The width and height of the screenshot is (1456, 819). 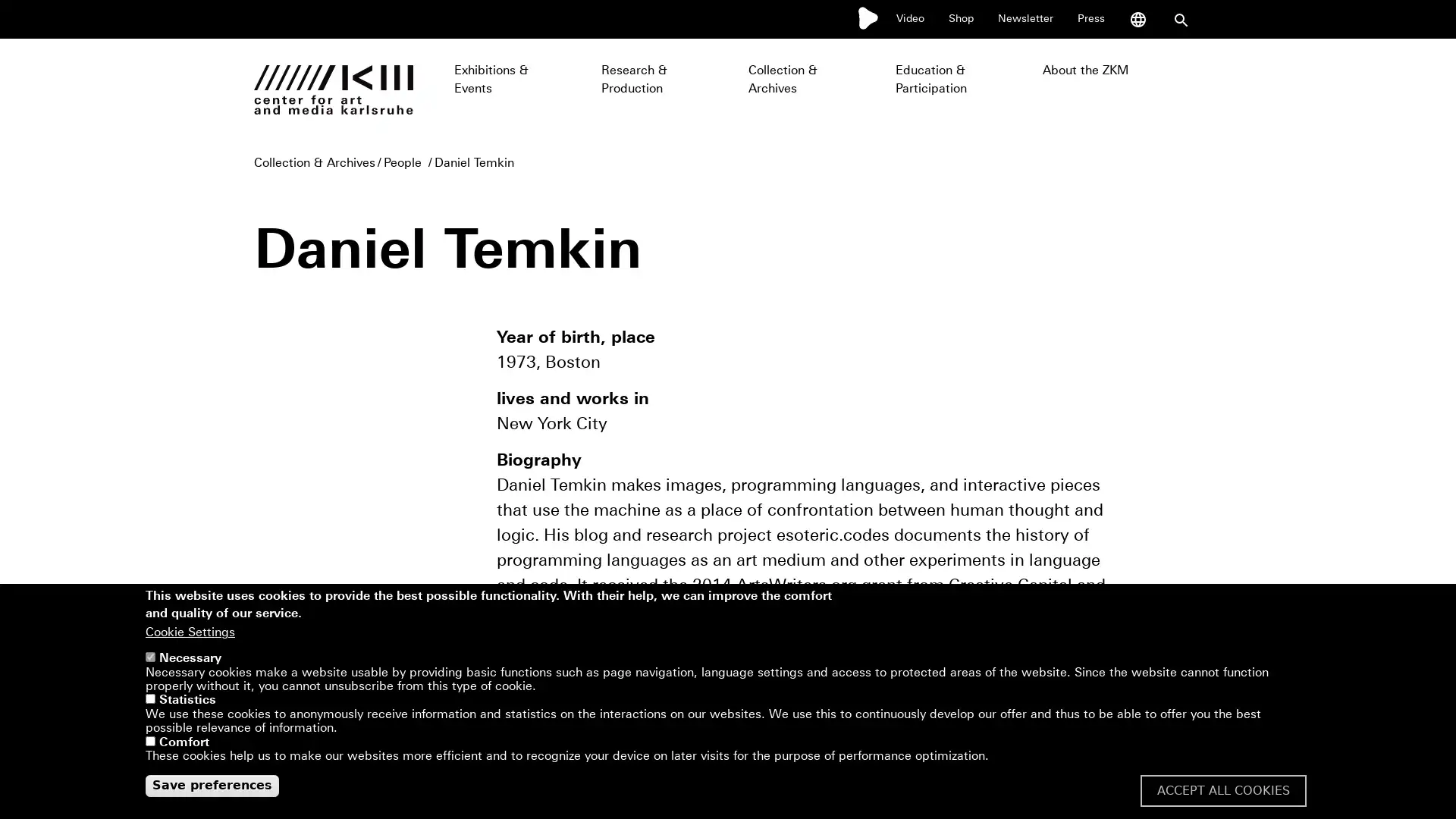 What do you see at coordinates (1223, 789) in the screenshot?
I see `ACCEPT ALL COOKIES` at bounding box center [1223, 789].